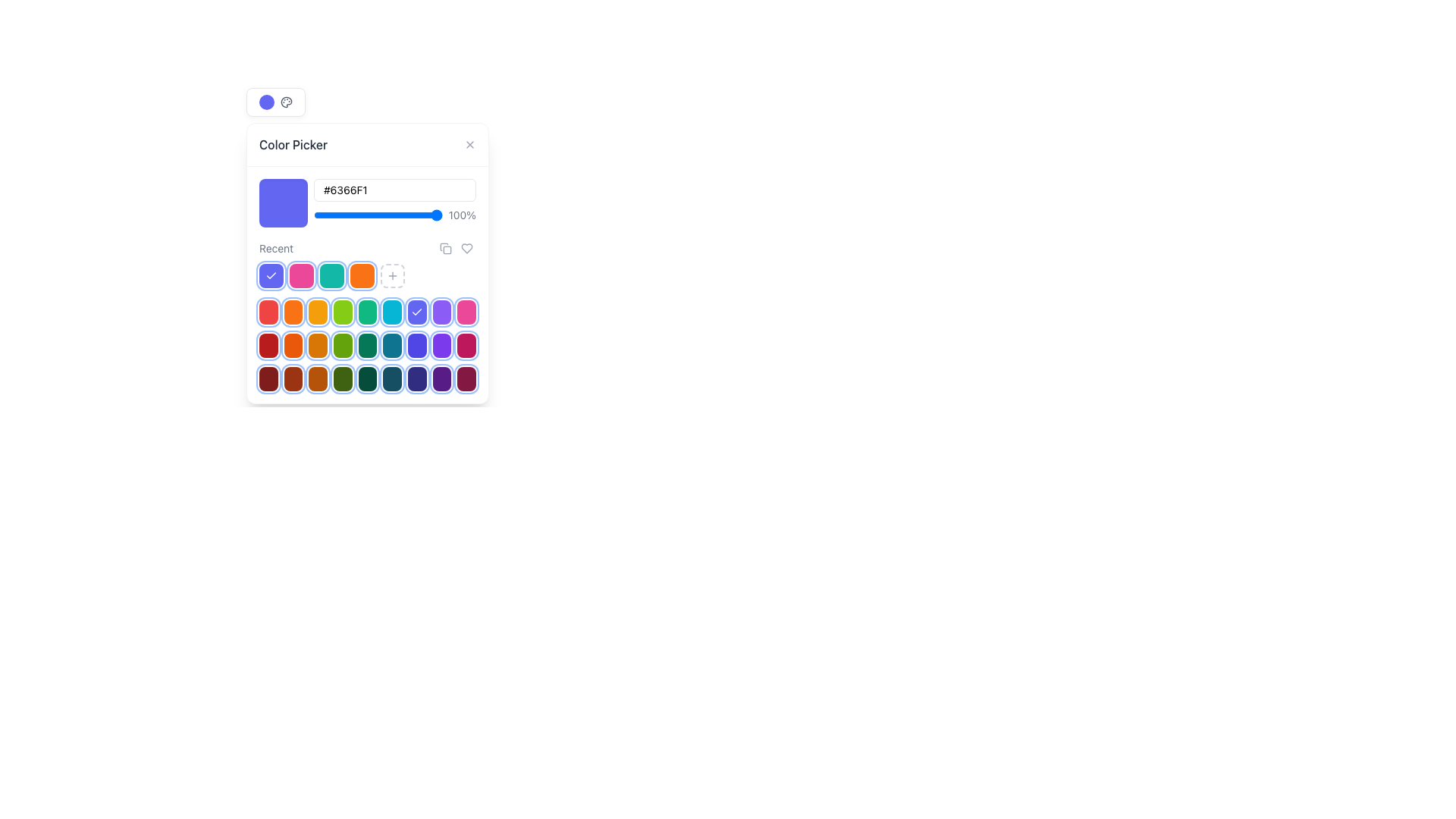 The image size is (1456, 819). Describe the element at coordinates (367, 262) in the screenshot. I see `the third color selection square in the Color Picker interface` at that location.